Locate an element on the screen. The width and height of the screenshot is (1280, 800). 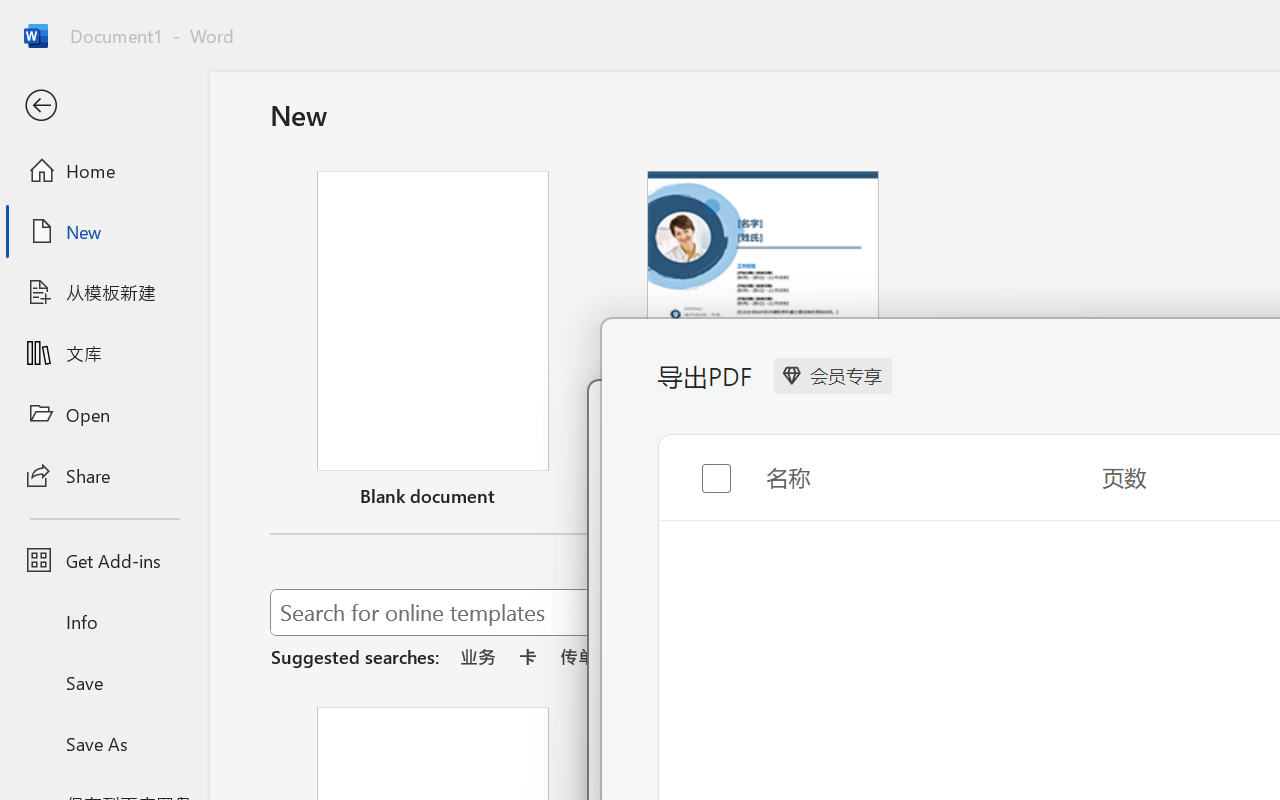
'Toggle selection for all items' is located at coordinates (700, 472).